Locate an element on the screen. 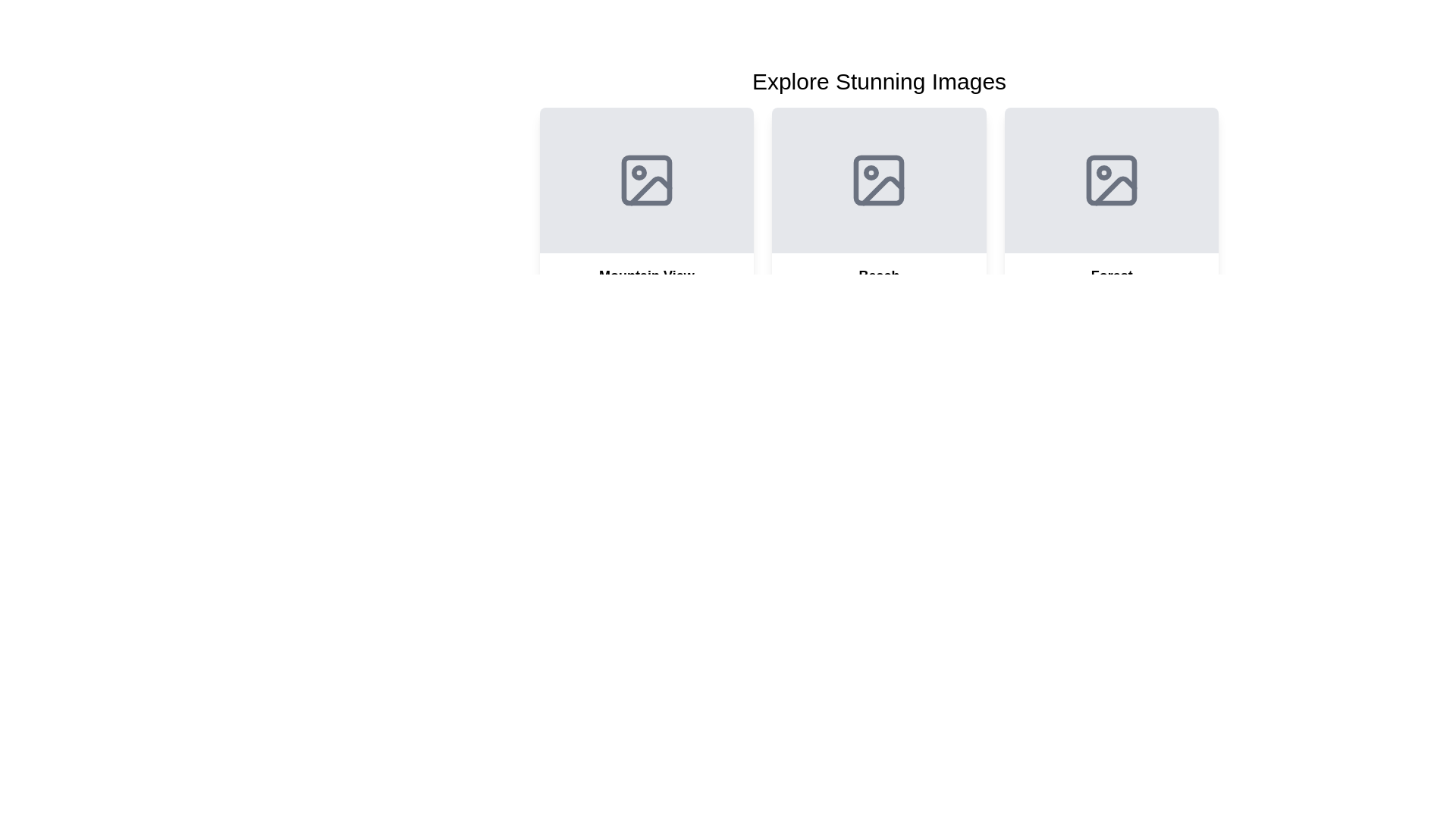  the content card titled 'Beach' in the middle of the grid layout for 'Explore Stunning Images' is located at coordinates (879, 225).